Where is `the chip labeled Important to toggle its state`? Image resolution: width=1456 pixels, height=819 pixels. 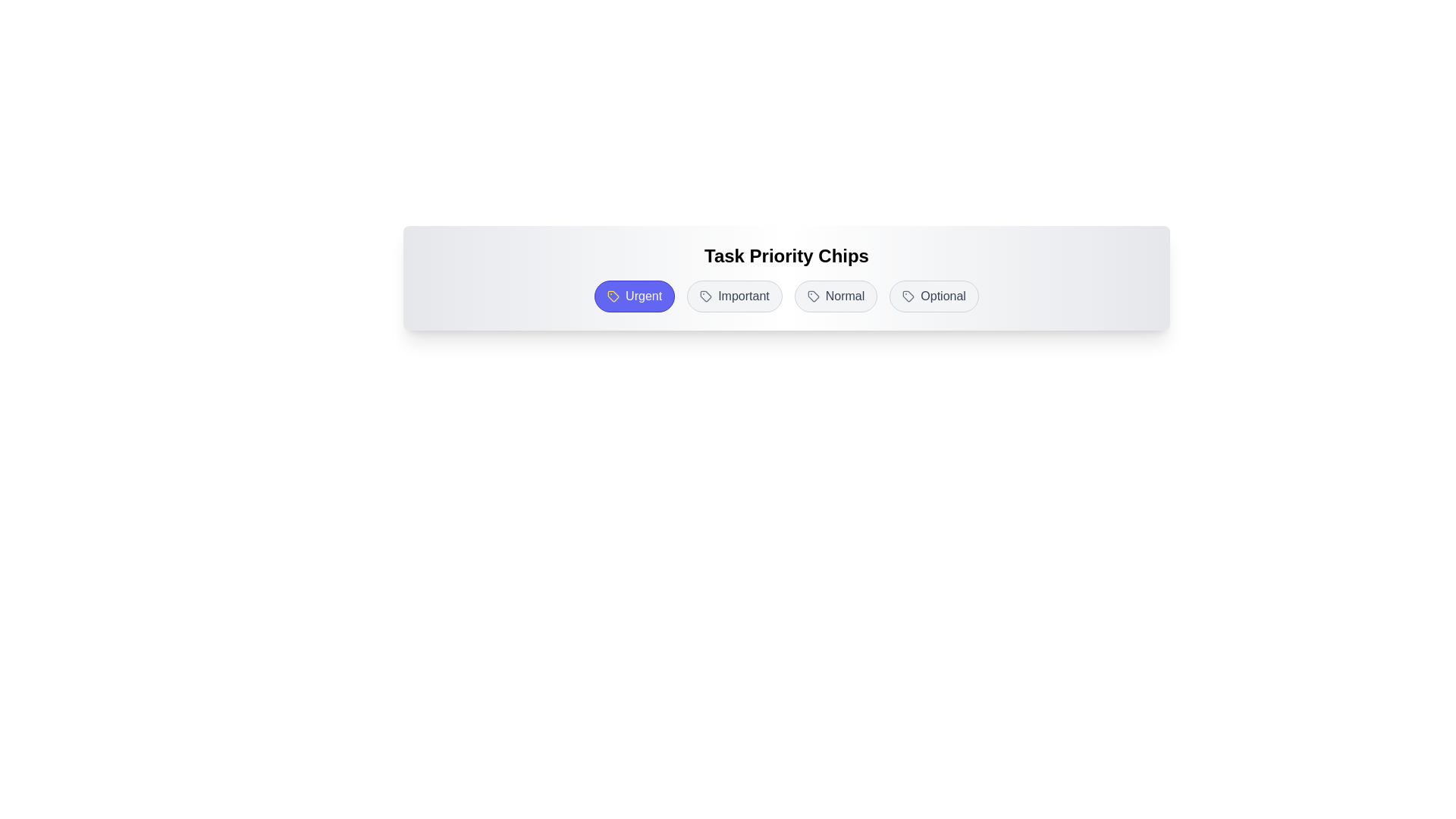 the chip labeled Important to toggle its state is located at coordinates (735, 296).